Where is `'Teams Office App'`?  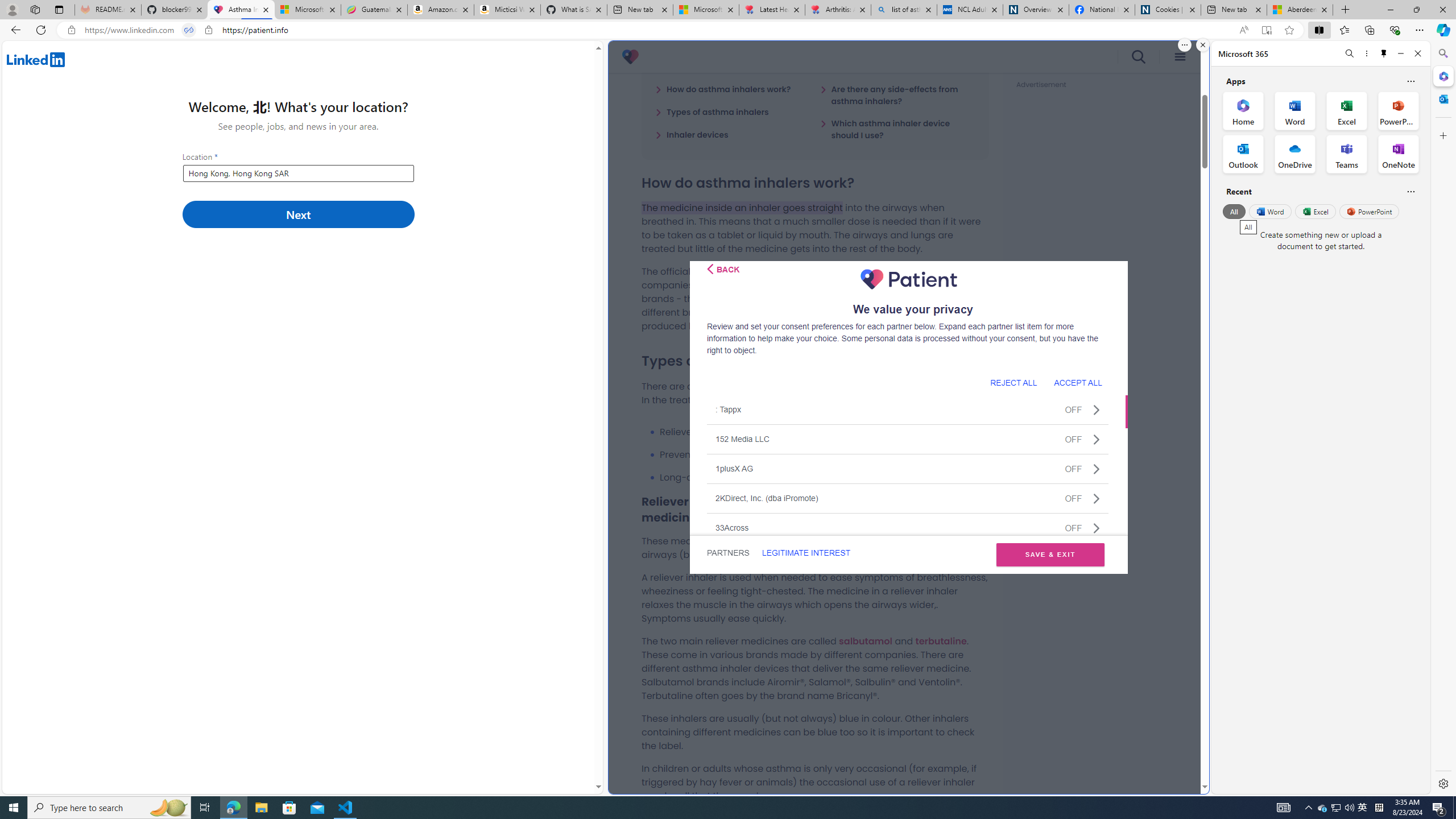
'Teams Office App' is located at coordinates (1347, 154).